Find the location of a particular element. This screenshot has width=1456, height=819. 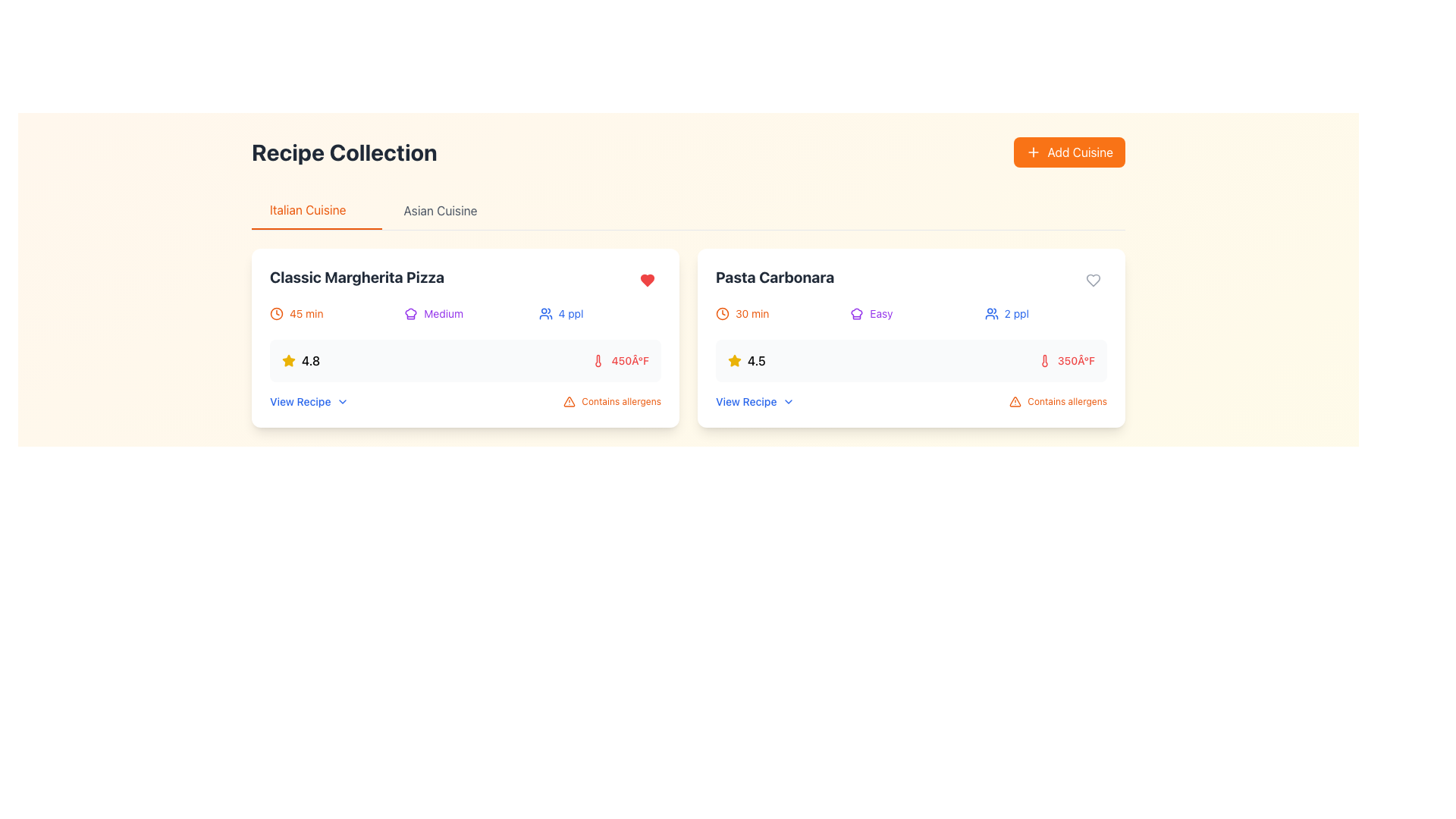

the yellow star icon located to the left of the rating value '4.8' in the card for the 'Classic Margherita Pizza' recipe is located at coordinates (735, 360).